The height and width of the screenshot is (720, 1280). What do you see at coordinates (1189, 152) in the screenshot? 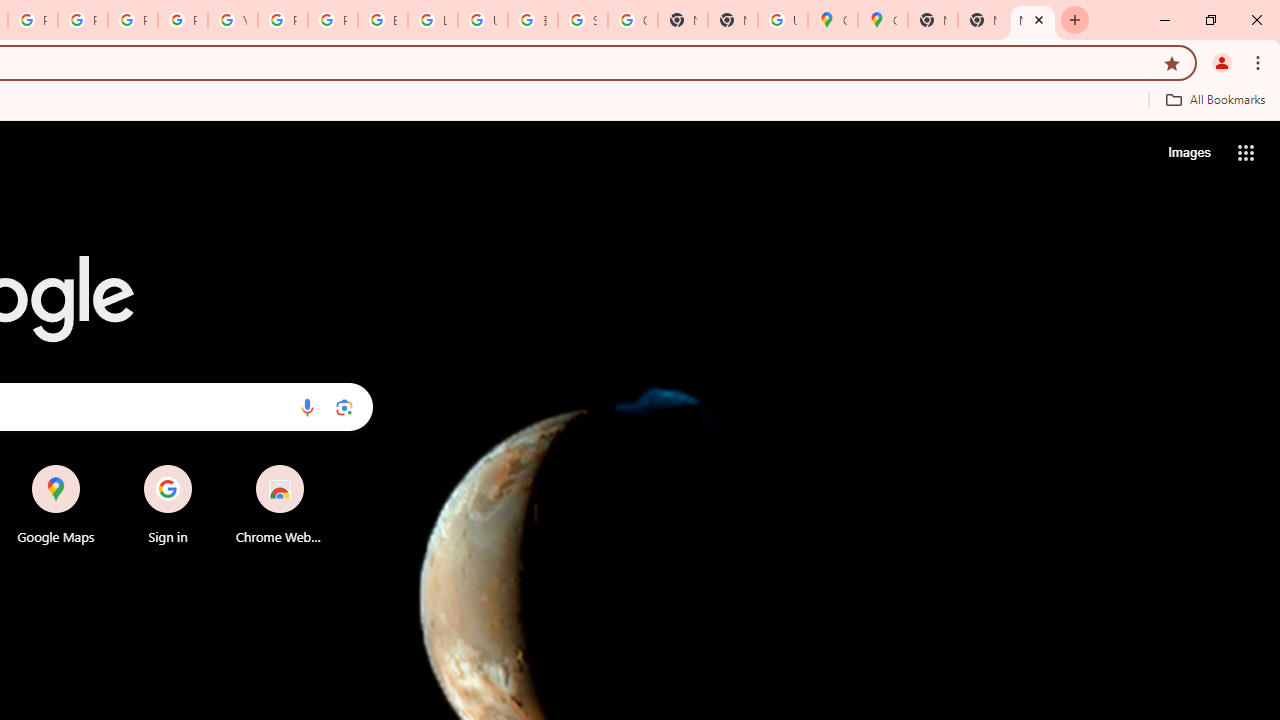
I see `'Search for Images '` at bounding box center [1189, 152].